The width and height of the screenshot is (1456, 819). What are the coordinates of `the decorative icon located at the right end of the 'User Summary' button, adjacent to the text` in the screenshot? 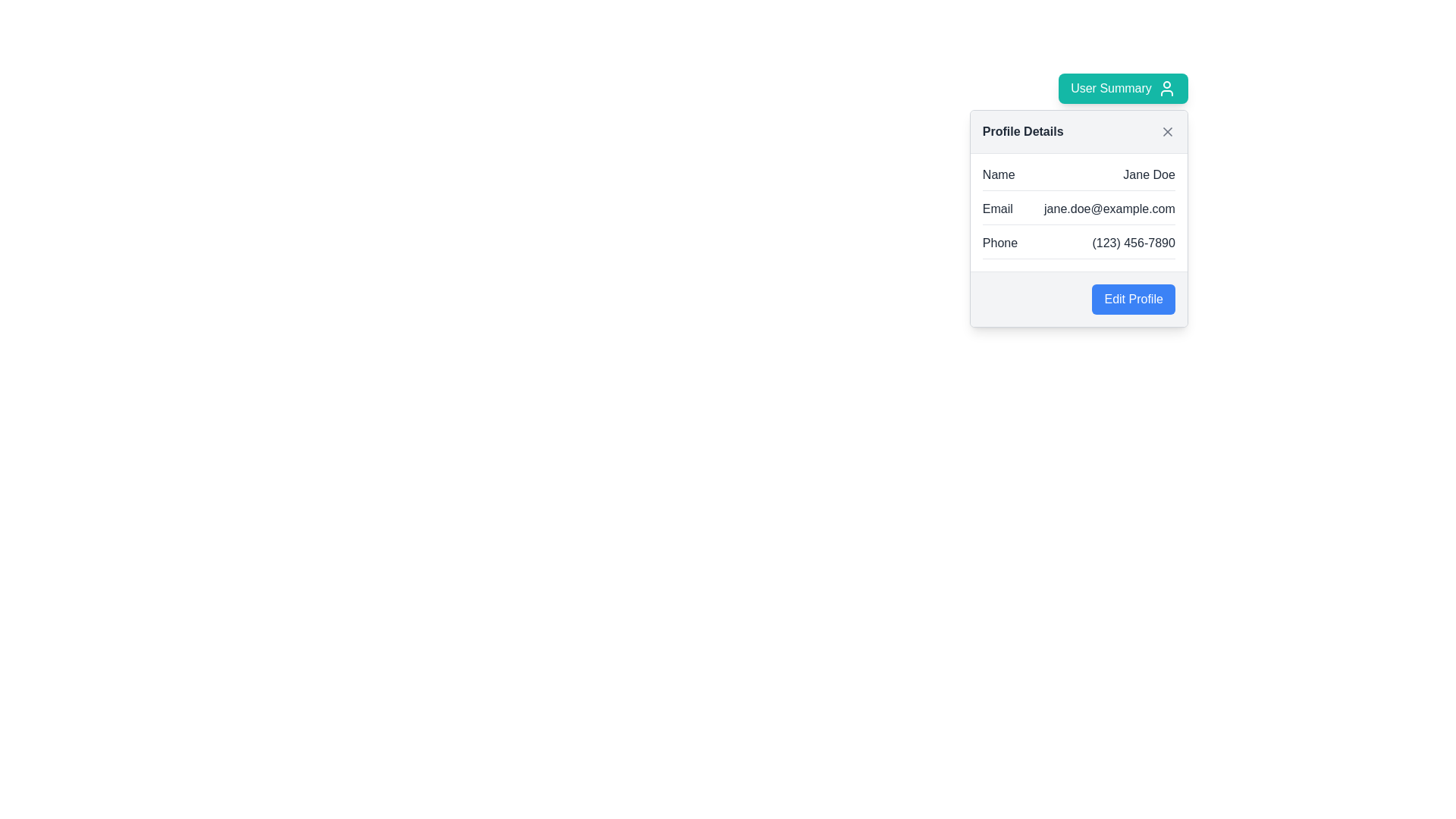 It's located at (1166, 88).